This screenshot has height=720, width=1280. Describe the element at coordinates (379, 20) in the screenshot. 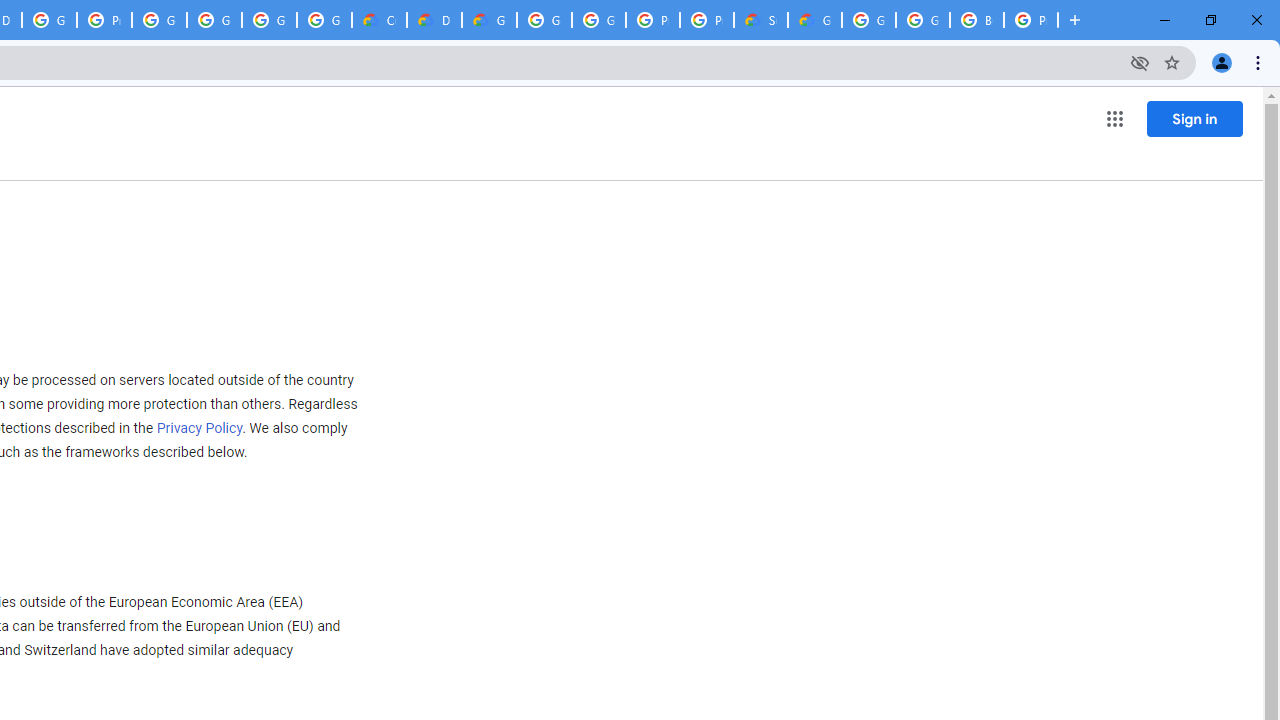

I see `'Customer Care | Google Cloud'` at that location.